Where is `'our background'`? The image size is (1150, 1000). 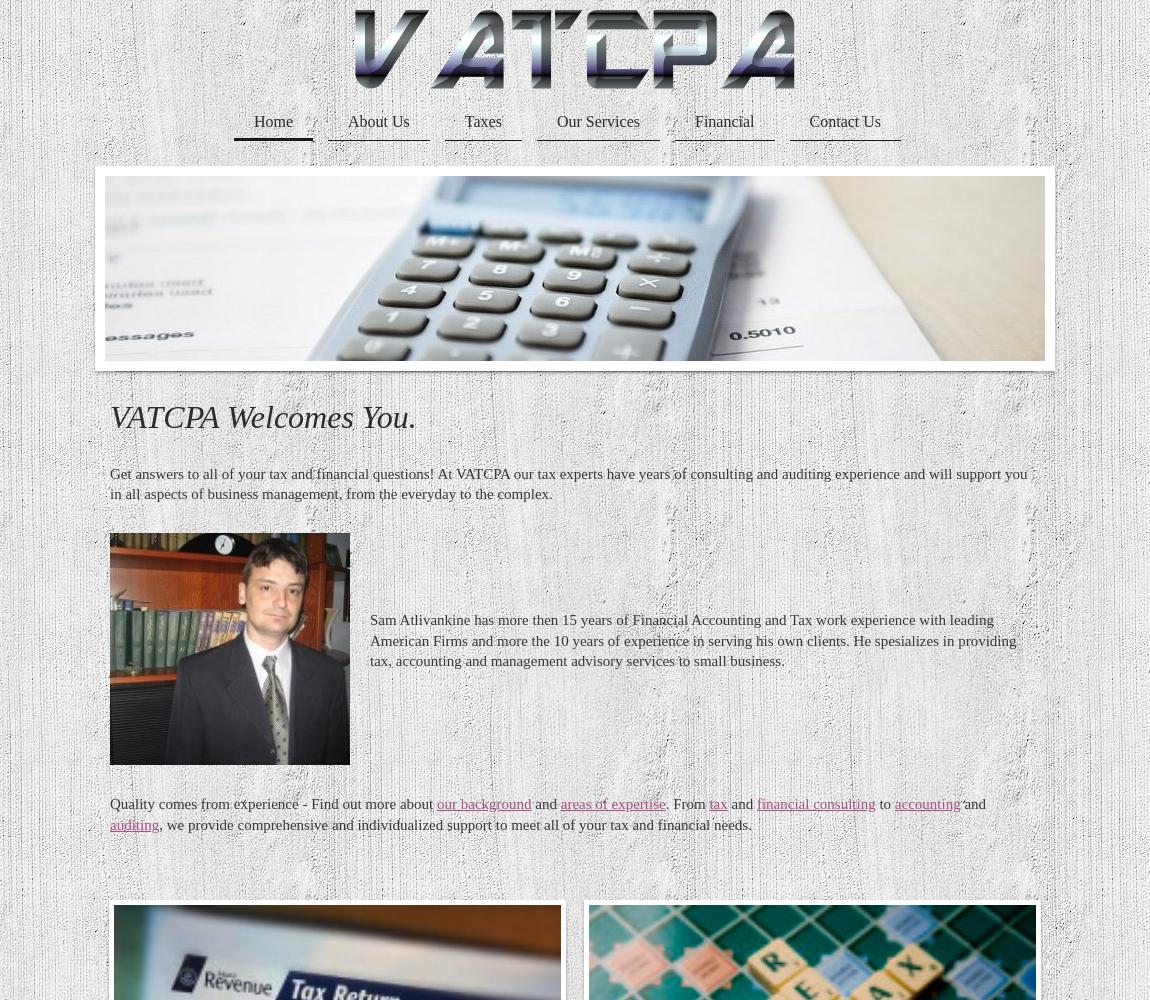
'our background' is located at coordinates (484, 804).